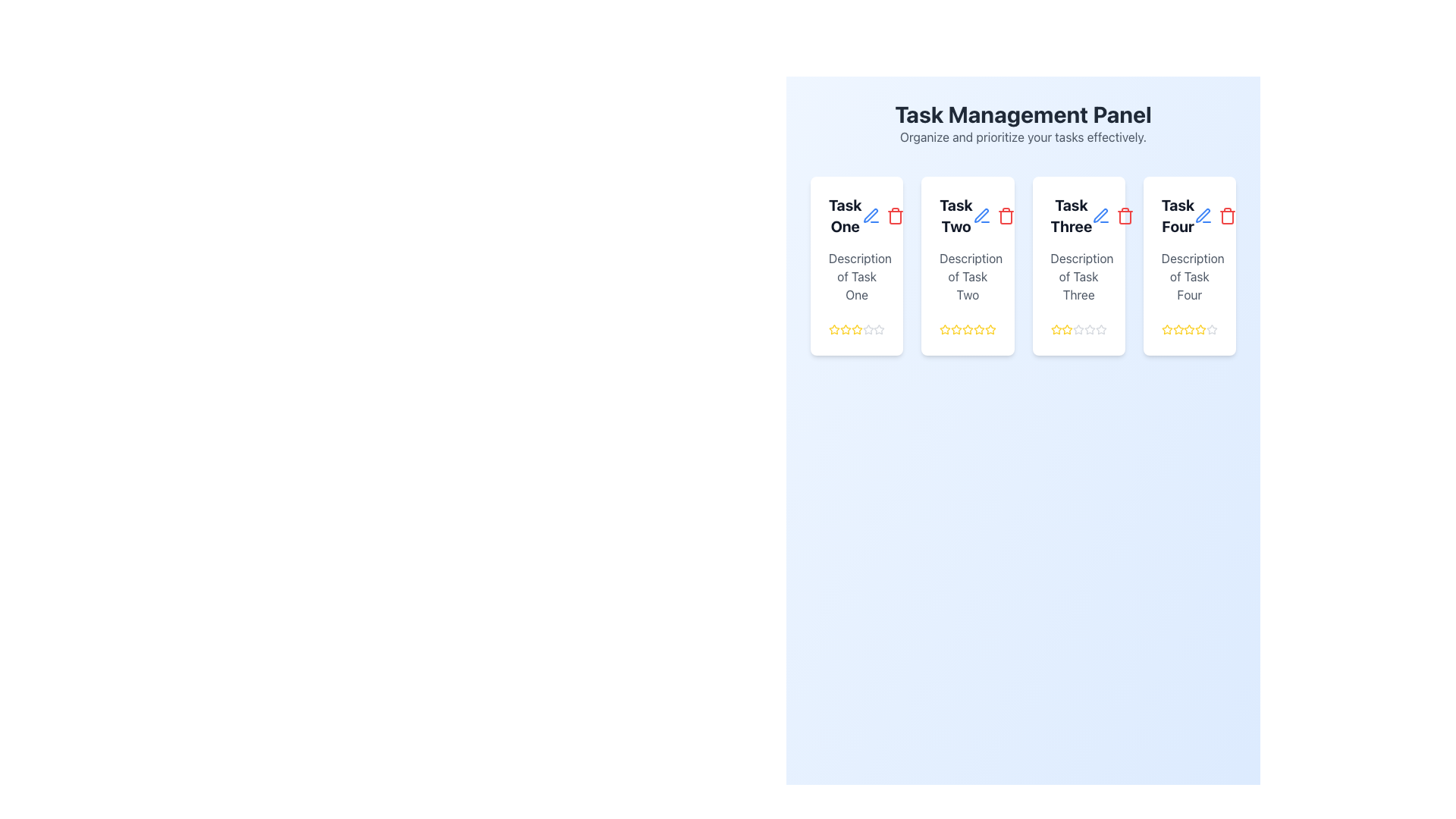  I want to click on the second star icon from the left in the 5-star rating system below the 'Task Four' card, so click(1188, 328).